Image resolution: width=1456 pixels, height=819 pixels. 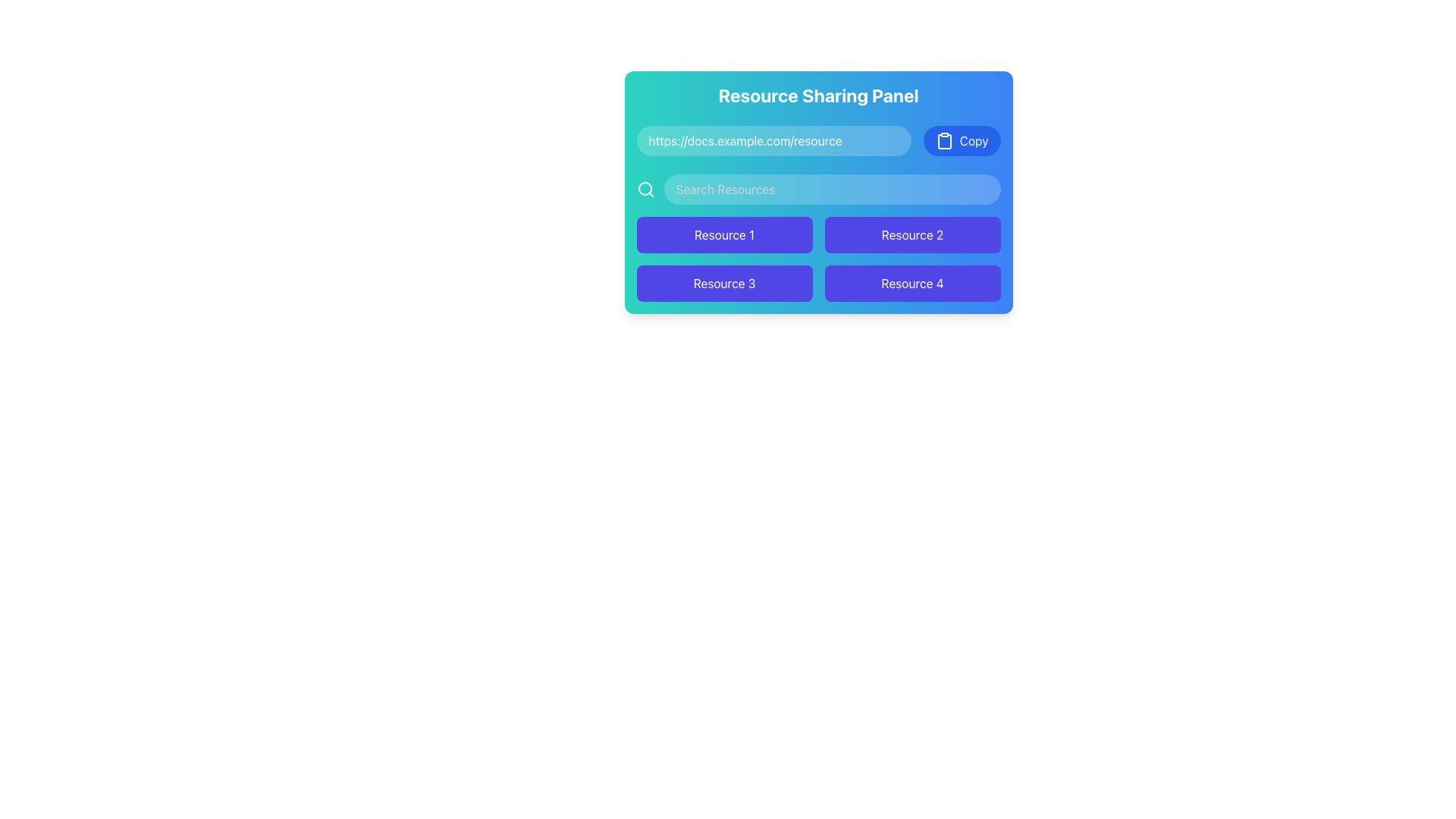 What do you see at coordinates (912, 234) in the screenshot?
I see `the rectangular purple button labeled 'Resource 2' to observe the hover effect` at bounding box center [912, 234].